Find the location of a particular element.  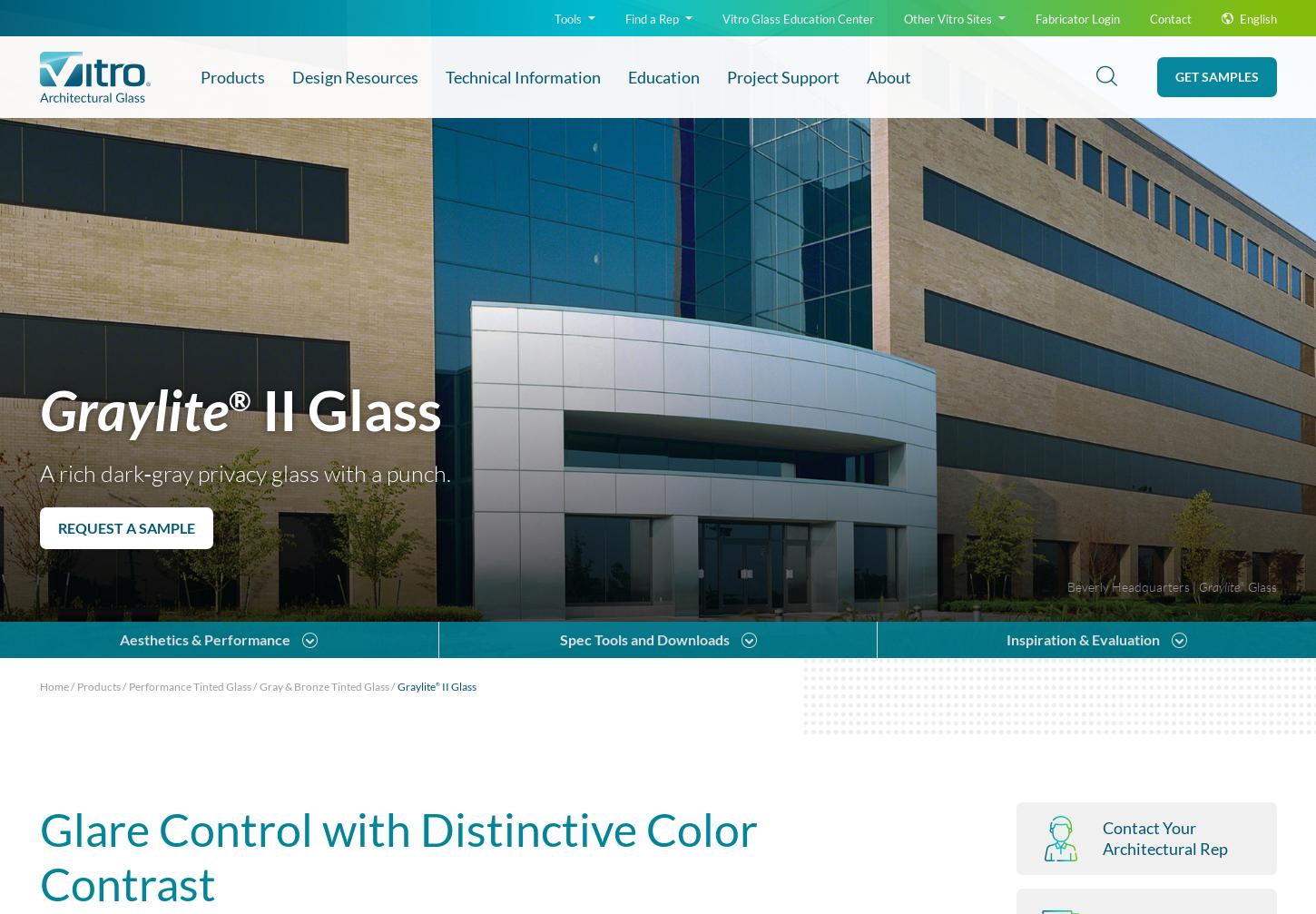

'Compare with' is located at coordinates (140, 341).